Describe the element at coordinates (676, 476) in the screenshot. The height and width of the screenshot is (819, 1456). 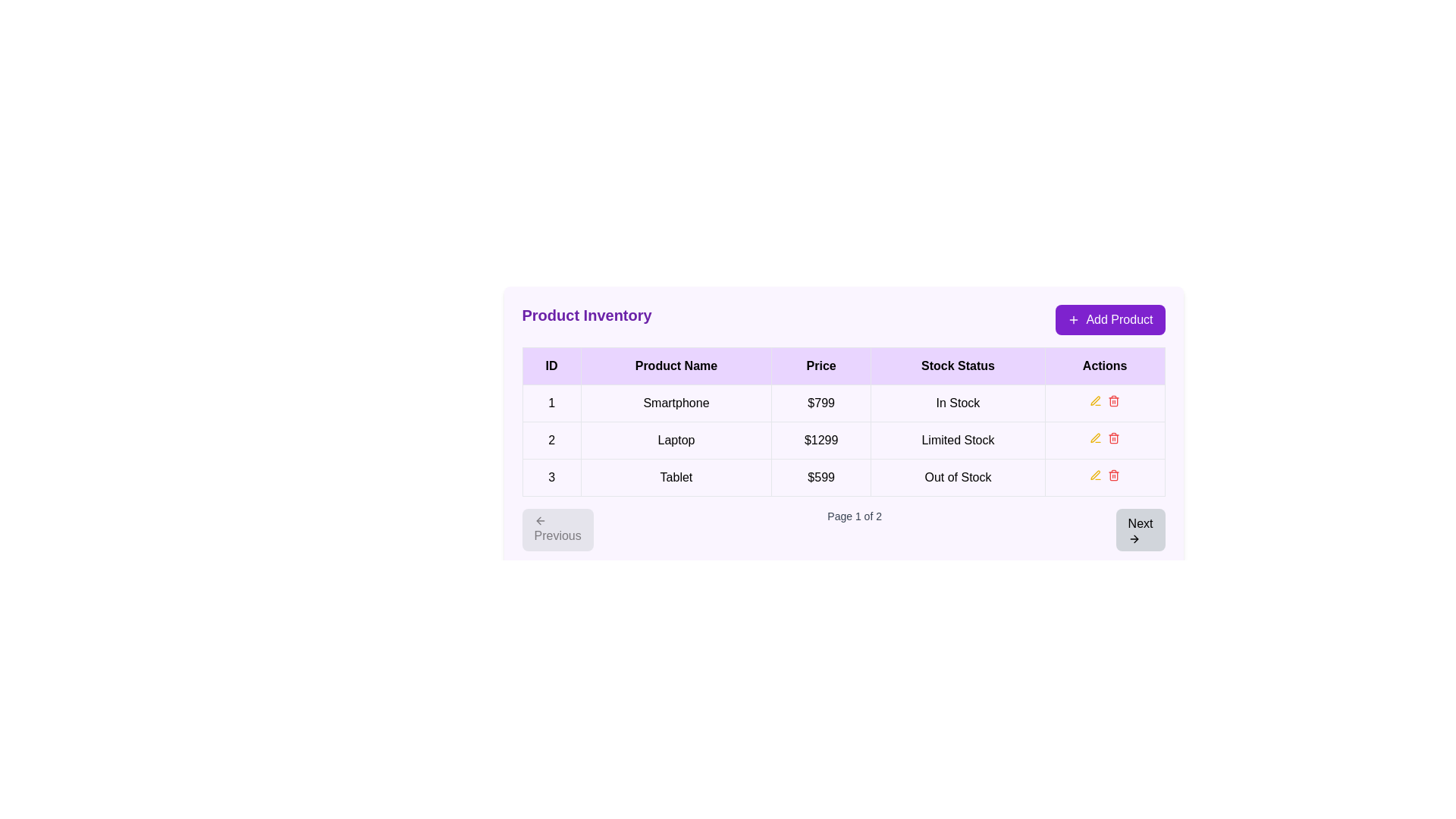
I see `the Text label that displays the product name, positioned between the number '3' and the price '$599' in the product information table` at that location.